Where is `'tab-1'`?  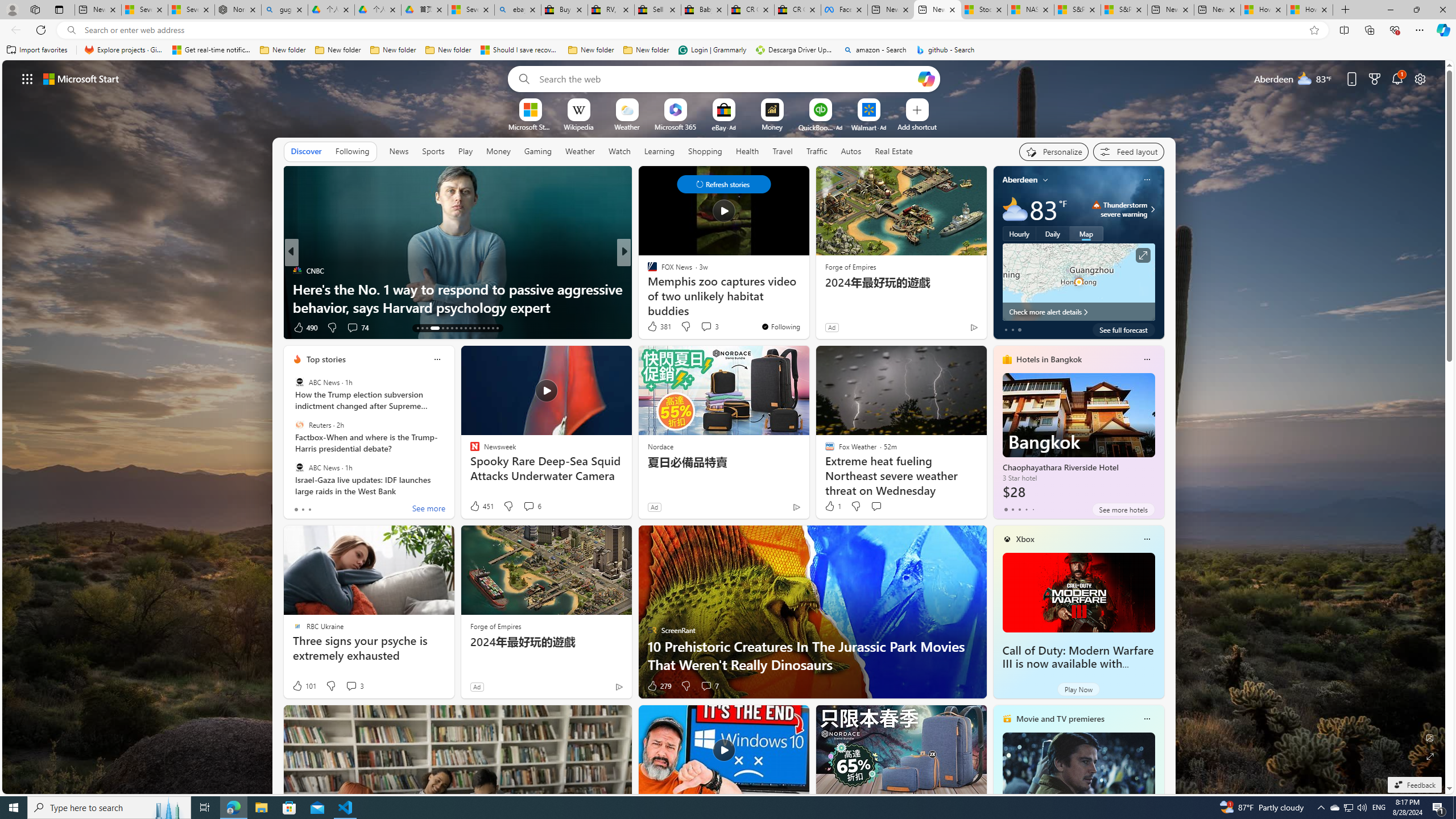 'tab-1' is located at coordinates (1012, 509).